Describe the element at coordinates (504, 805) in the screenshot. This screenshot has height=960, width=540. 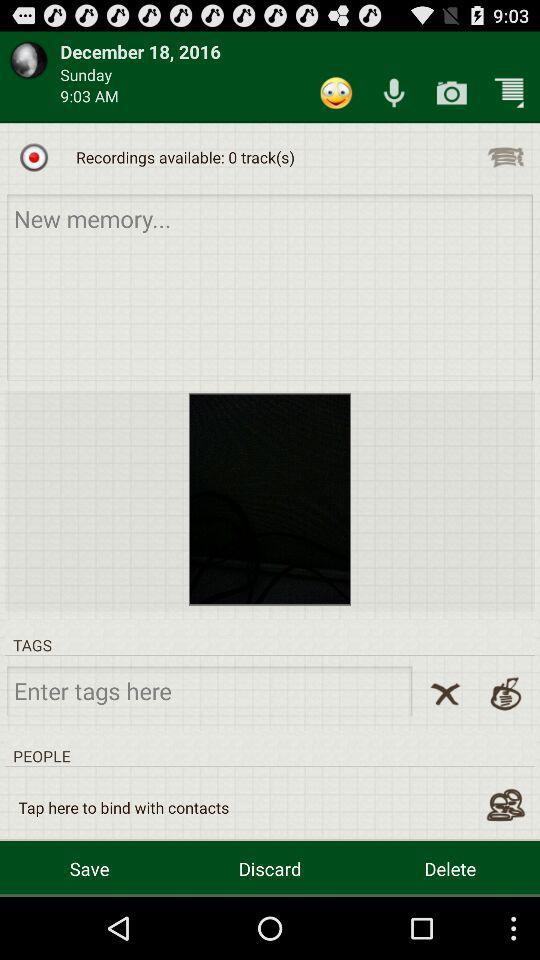
I see `tap to bind contacts` at that location.